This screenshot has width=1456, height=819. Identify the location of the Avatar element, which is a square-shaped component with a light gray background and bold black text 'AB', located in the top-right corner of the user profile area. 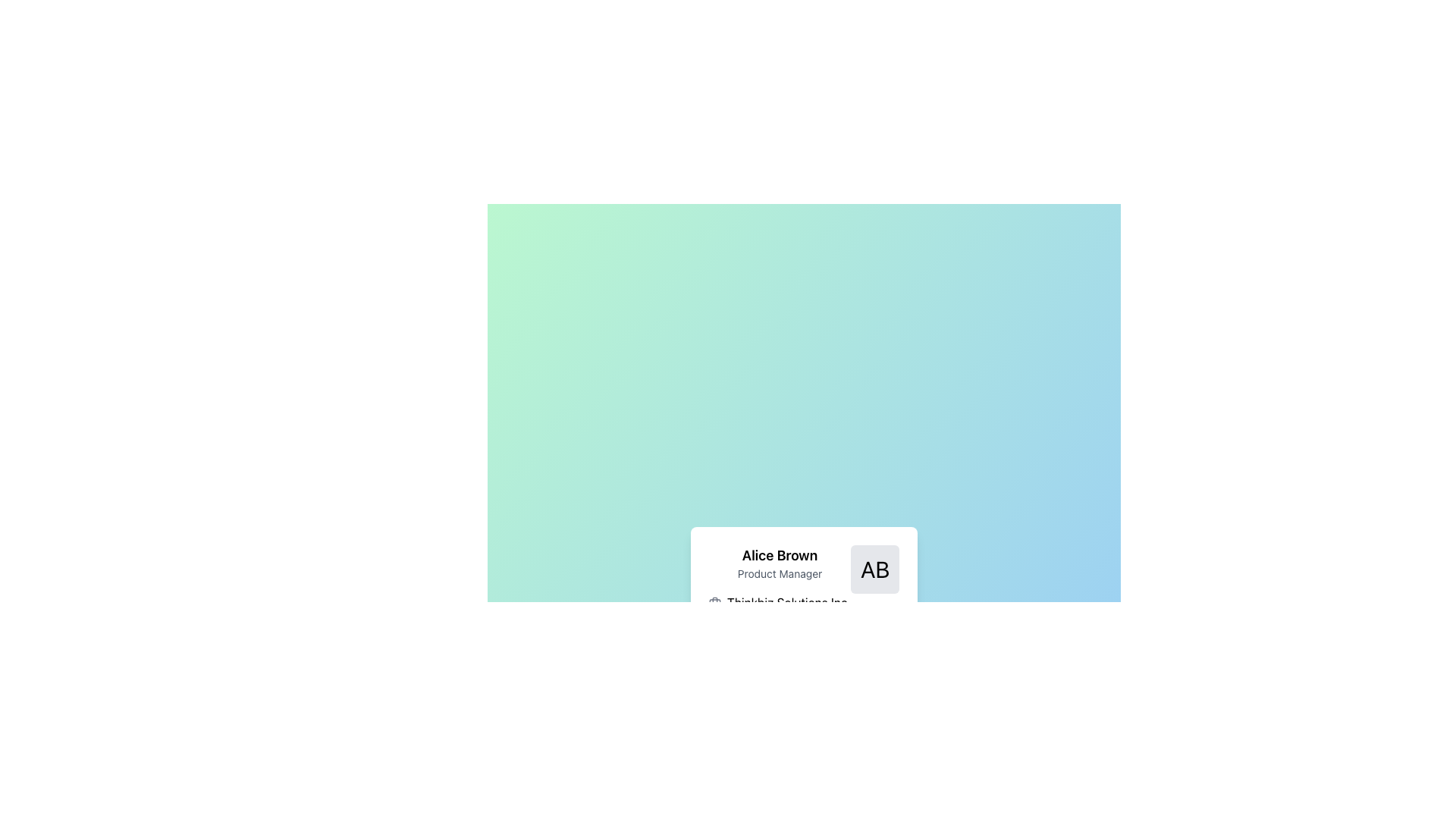
(875, 570).